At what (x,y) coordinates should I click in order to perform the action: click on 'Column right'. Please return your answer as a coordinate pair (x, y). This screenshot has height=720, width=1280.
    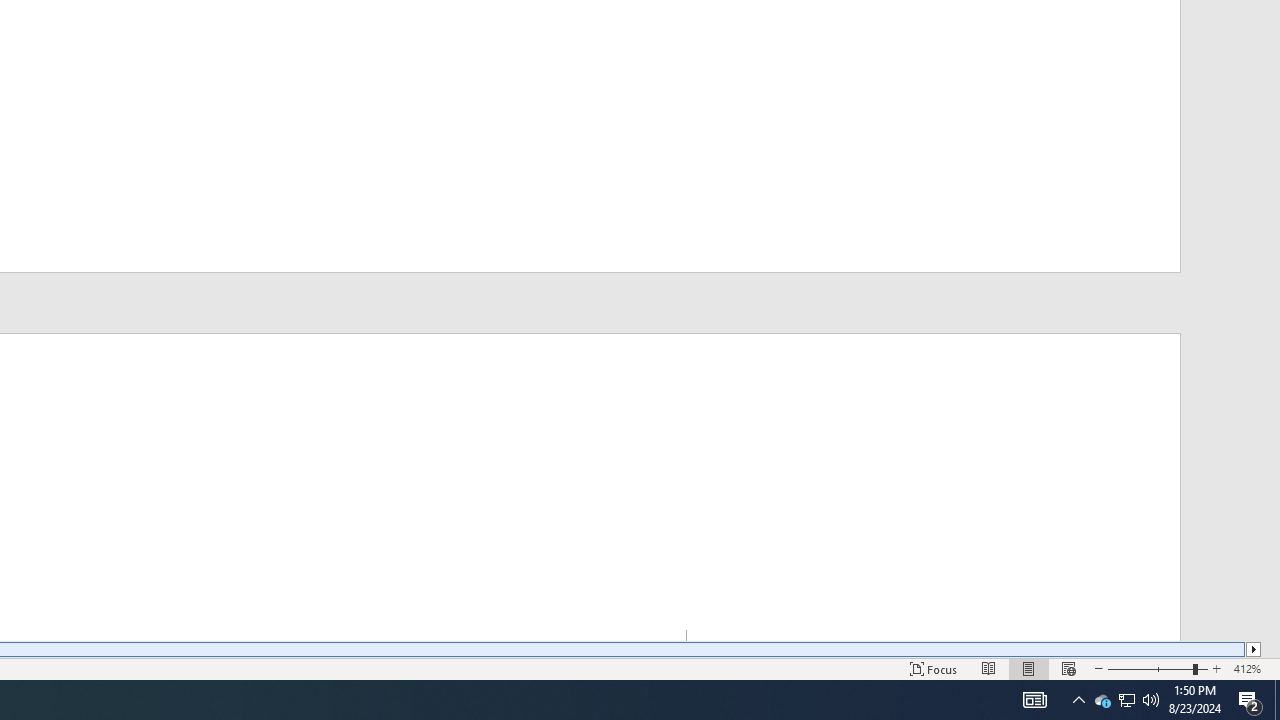
    Looking at the image, I should click on (1253, 649).